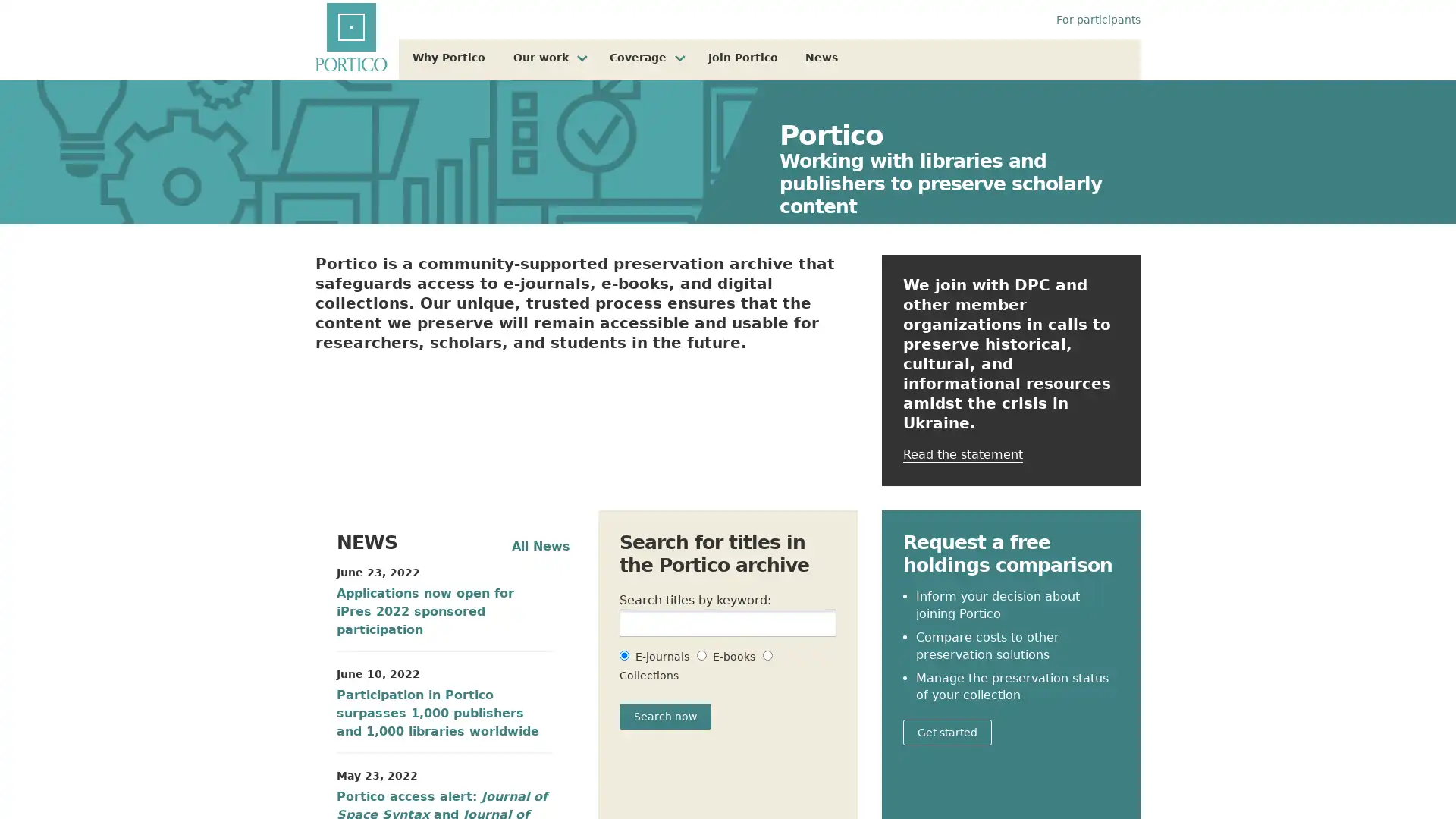 Image resolution: width=1456 pixels, height=819 pixels. What do you see at coordinates (1062, 770) in the screenshot?
I see `Cookie Settings` at bounding box center [1062, 770].